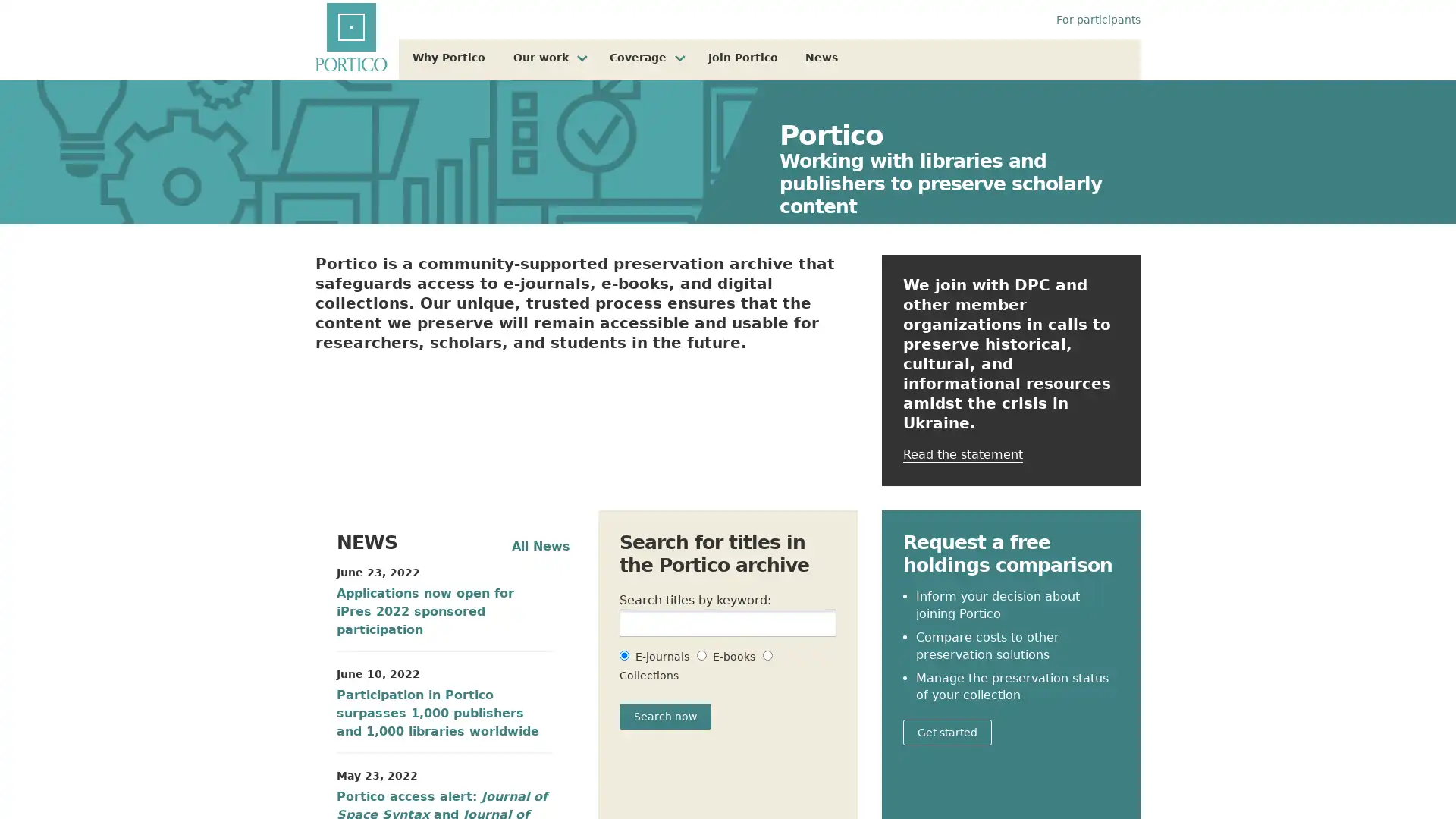 Image resolution: width=1456 pixels, height=819 pixels. What do you see at coordinates (1062, 770) in the screenshot?
I see `Cookie Settings` at bounding box center [1062, 770].